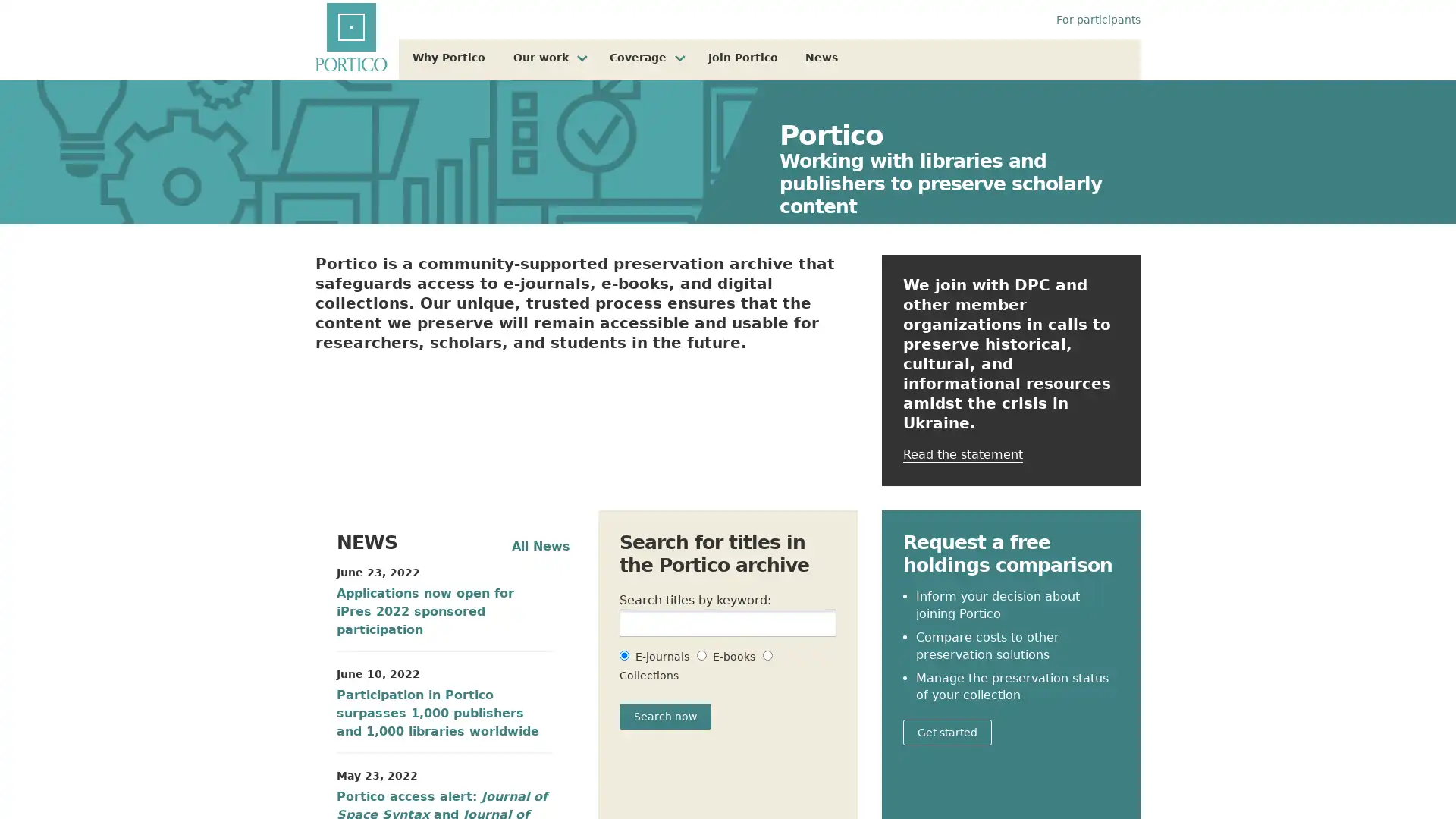 Image resolution: width=1456 pixels, height=819 pixels. What do you see at coordinates (1062, 770) in the screenshot?
I see `Cookie Settings` at bounding box center [1062, 770].